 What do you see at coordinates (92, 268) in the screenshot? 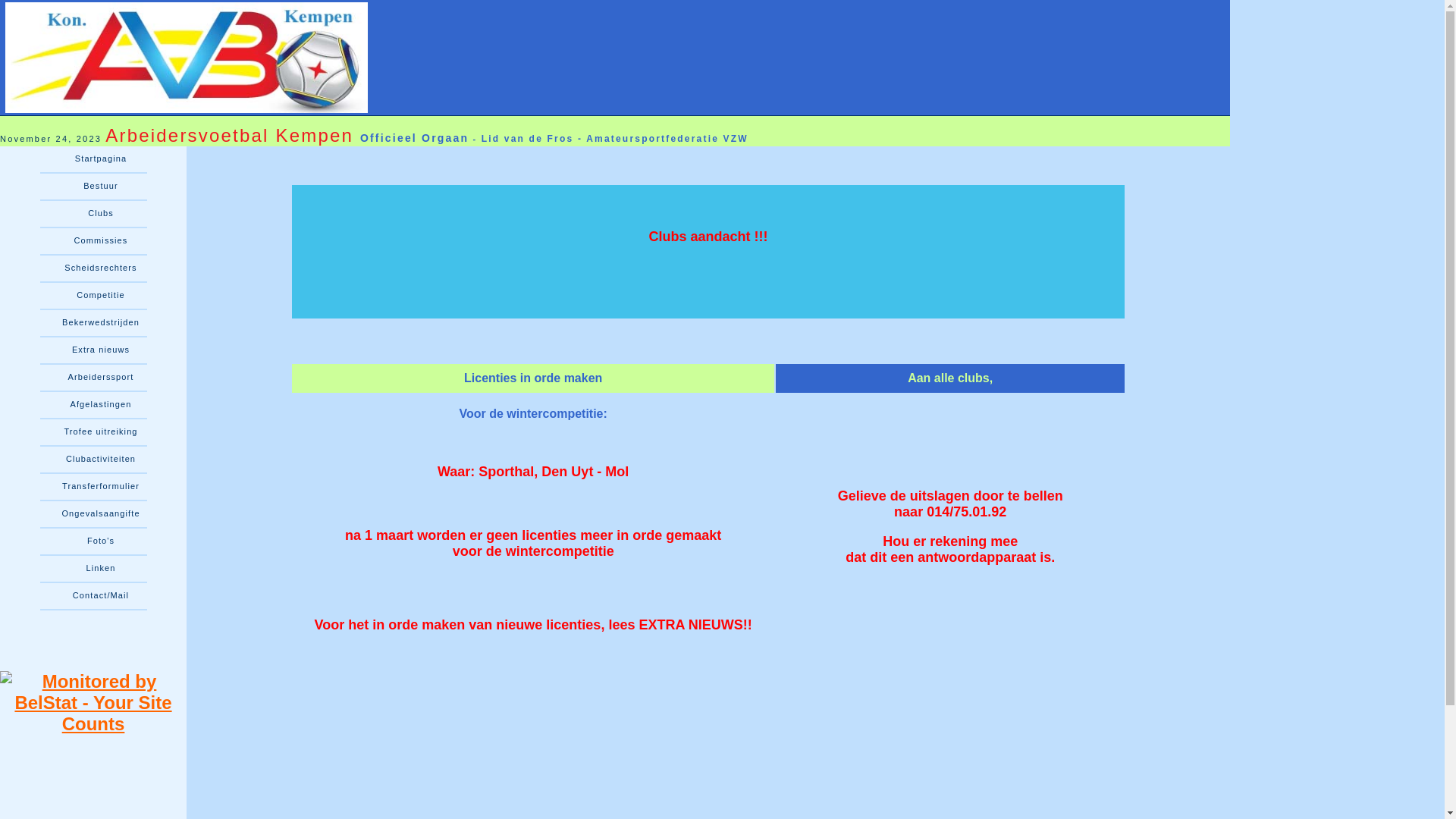
I see `'Scheidsrechters'` at bounding box center [92, 268].